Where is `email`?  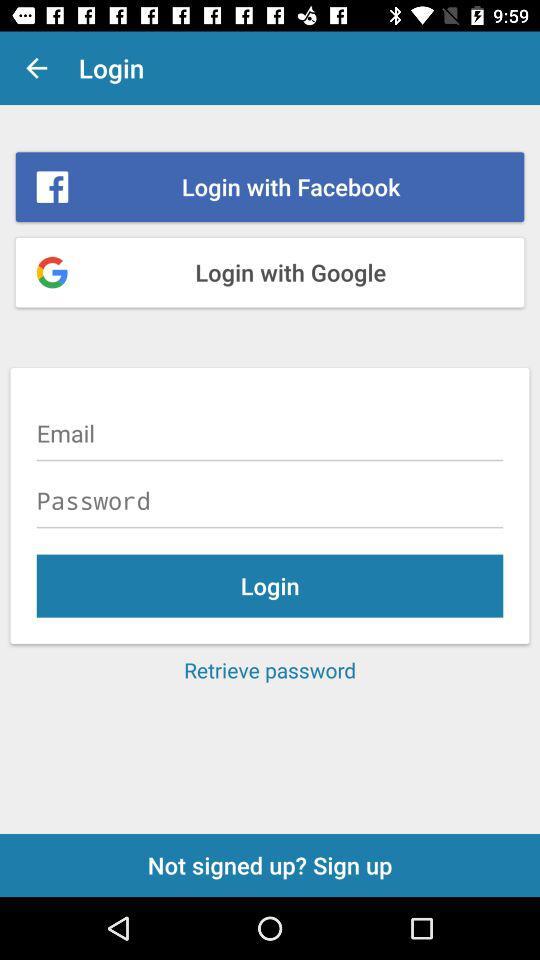
email is located at coordinates (270, 433).